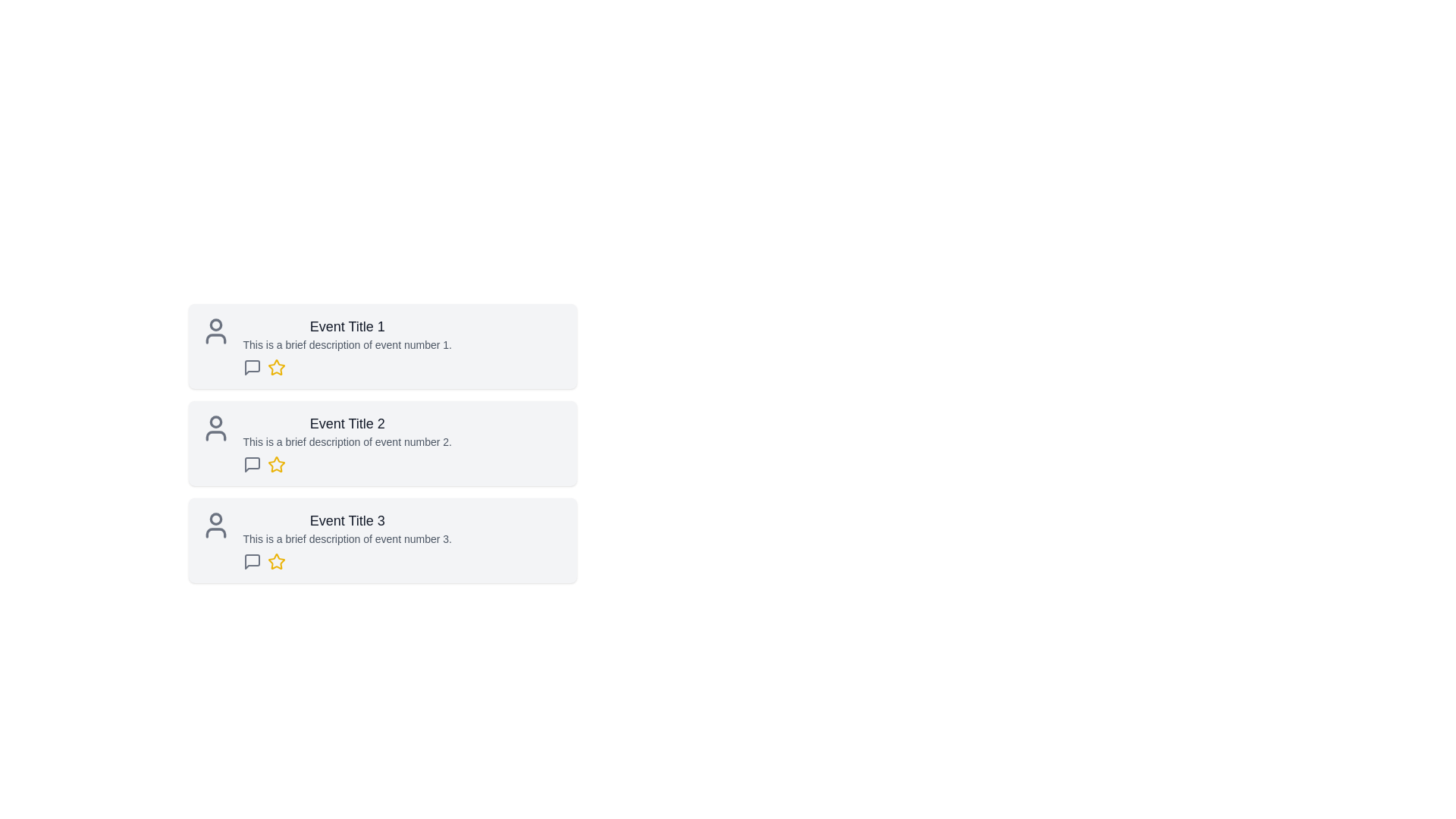 Image resolution: width=1456 pixels, height=819 pixels. Describe the element at coordinates (276, 463) in the screenshot. I see `the star-shaped icon with a yellow fill in the bottom-right corner of the second card from the top` at that location.